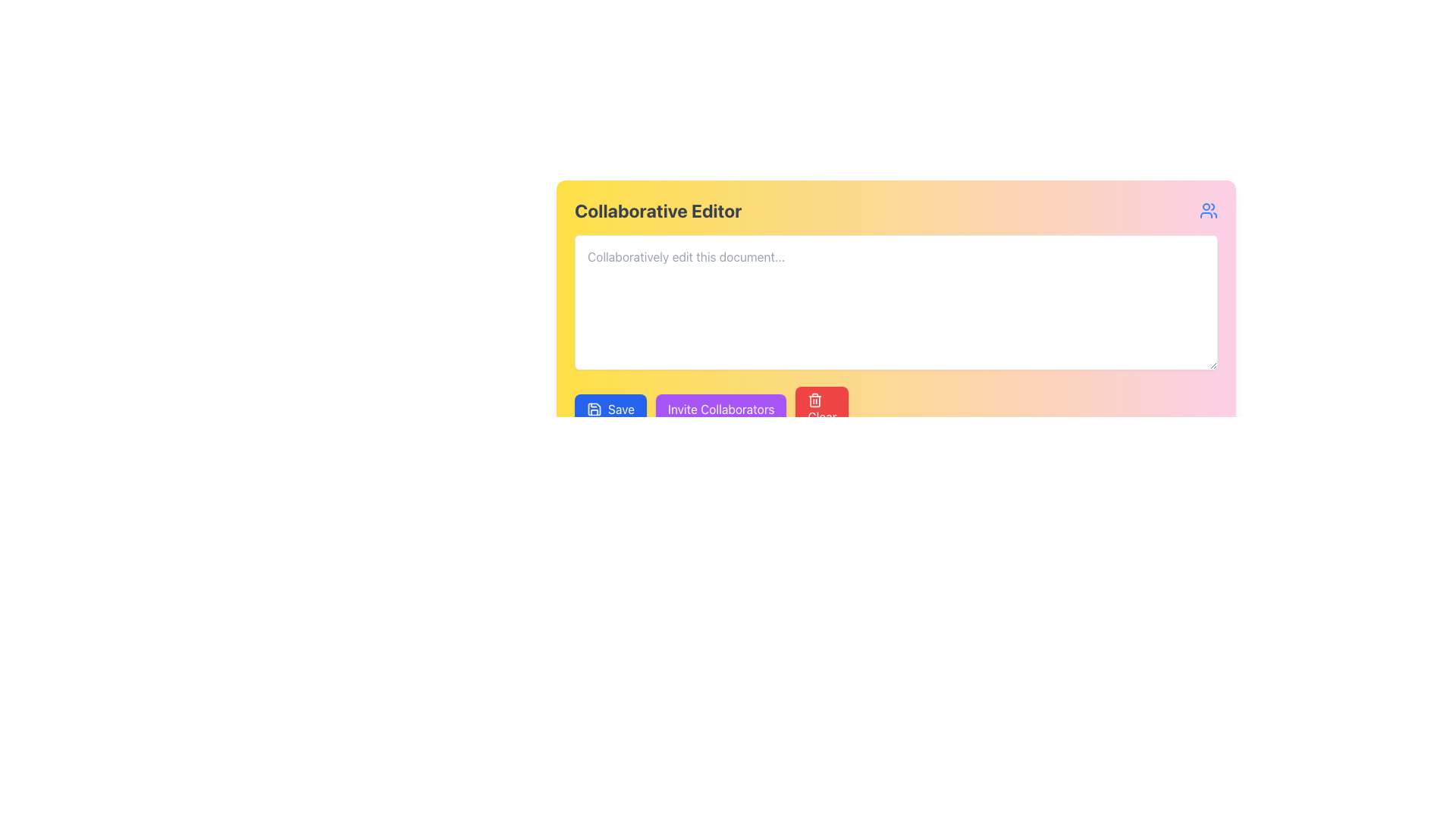  Describe the element at coordinates (821, 409) in the screenshot. I see `the 'Clear' button located below the editor text area, which is the third button in the group` at that location.